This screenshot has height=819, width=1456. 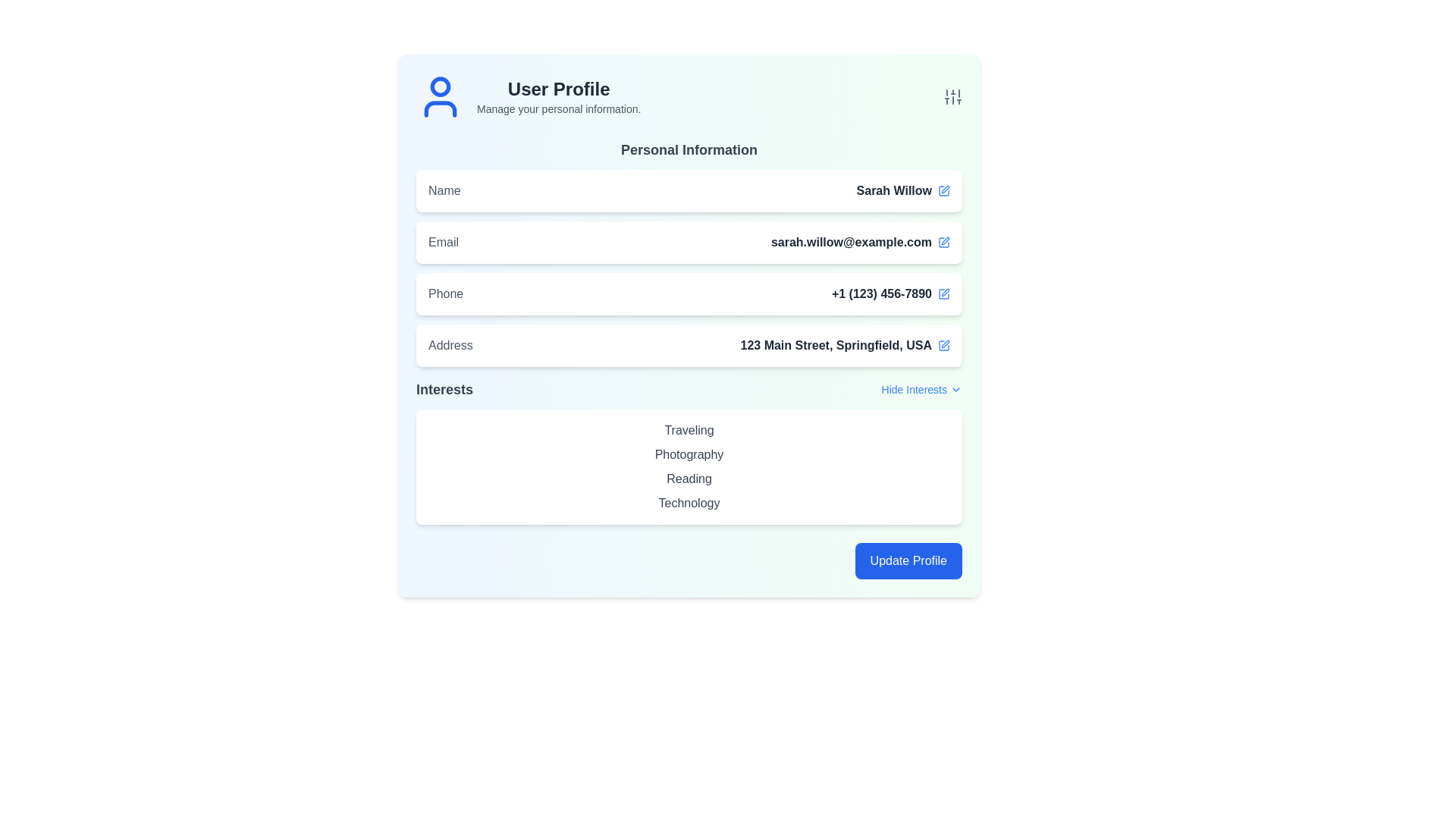 I want to click on the edit button icon located to the right of the phone number '+1 (123) 456-7890' in the 'Phone' section under 'Personal Information', so click(x=943, y=294).